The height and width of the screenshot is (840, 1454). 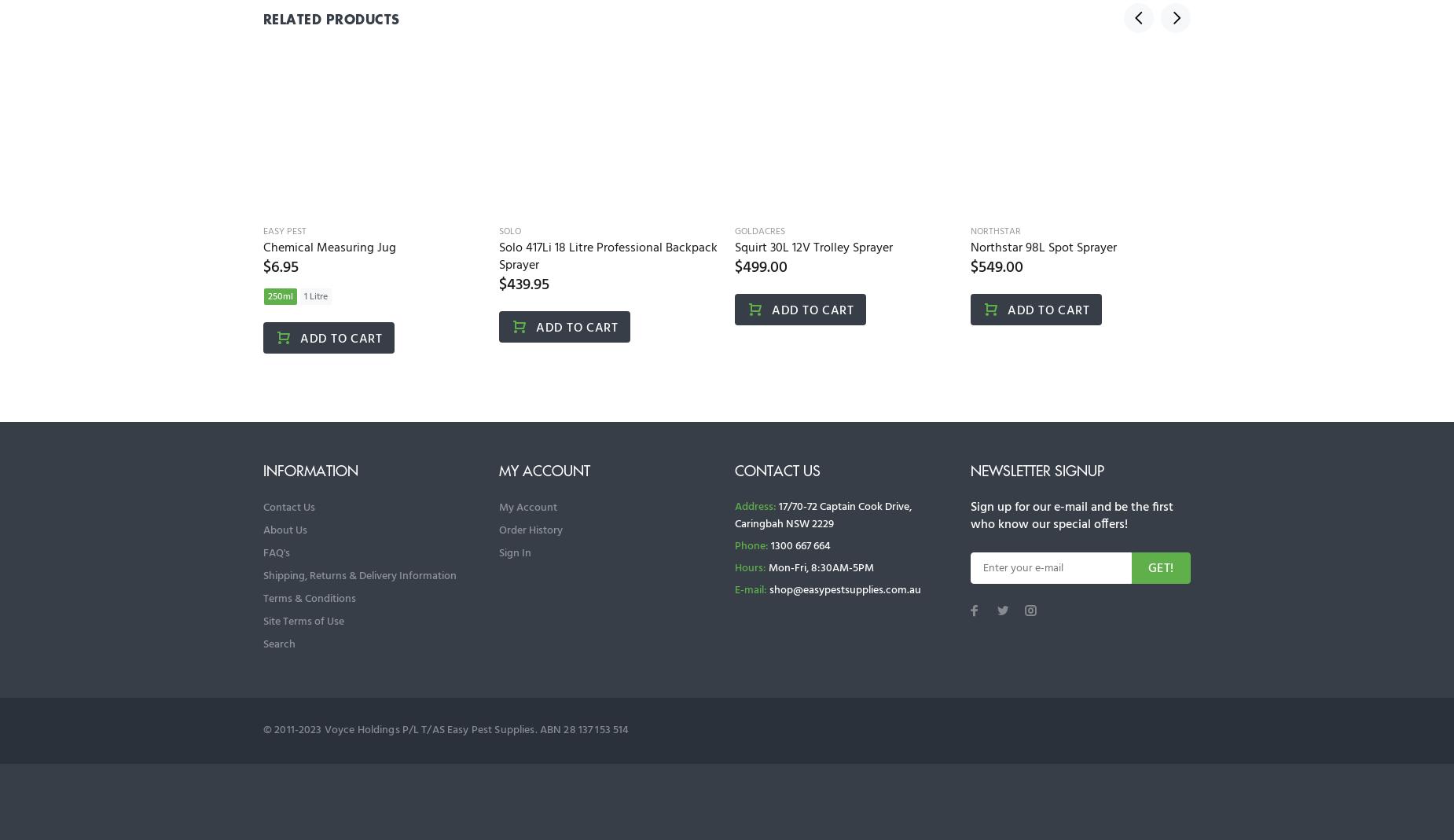 What do you see at coordinates (751, 545) in the screenshot?
I see `'Phone:'` at bounding box center [751, 545].